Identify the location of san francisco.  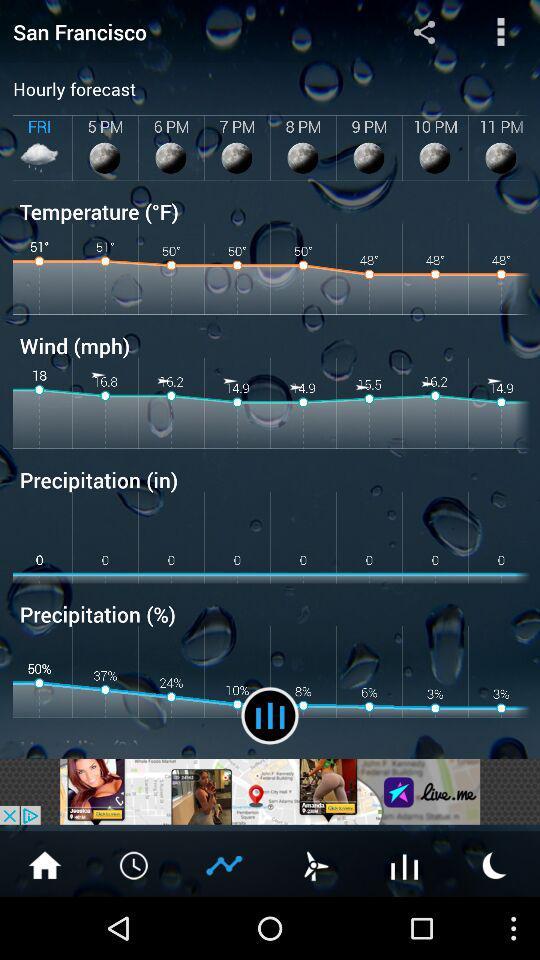
(179, 30).